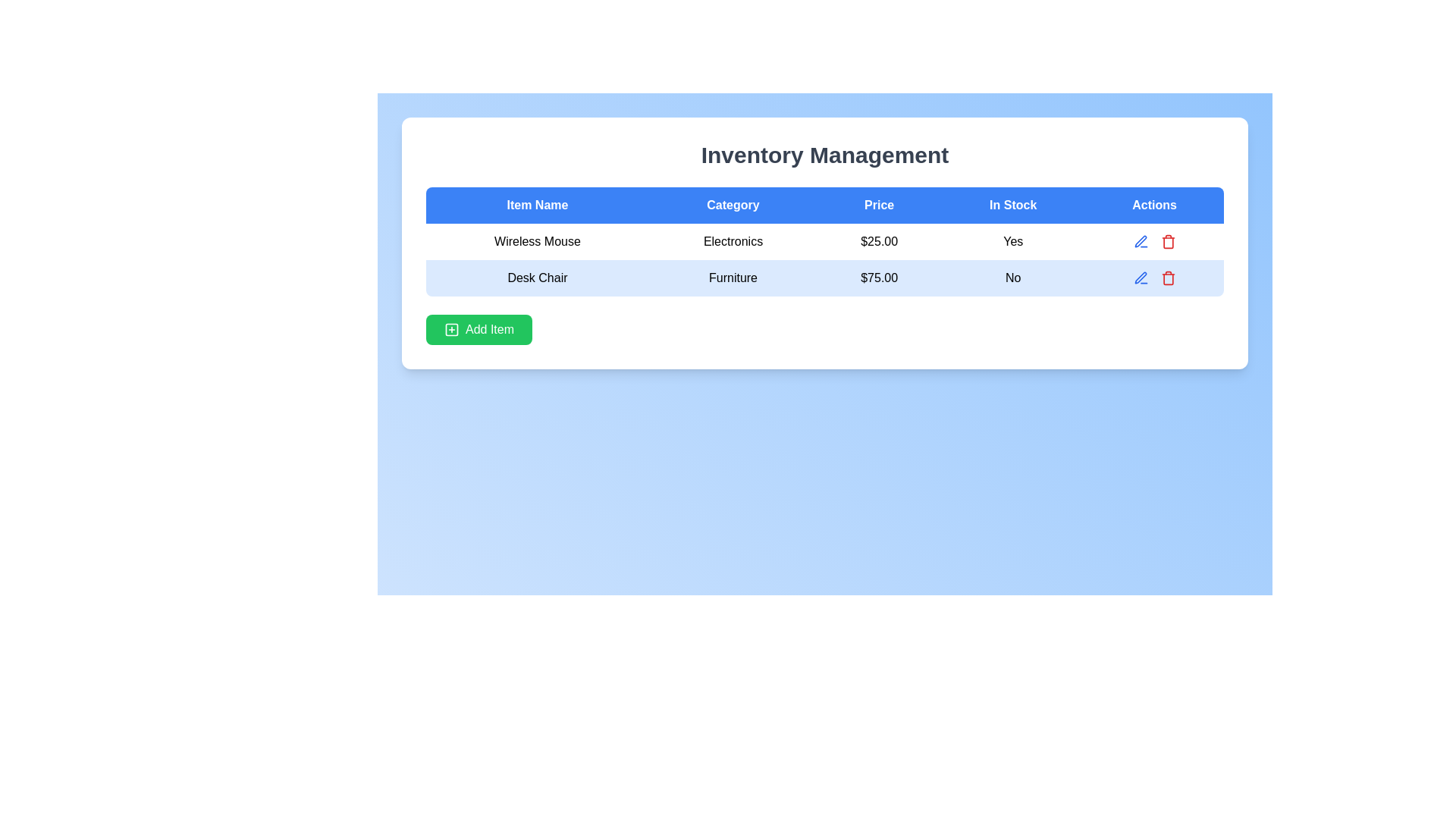  I want to click on the text label displaying 'Item Name', which is the first column header in a table with a blue background and white, bold, center-aligned text, so click(537, 205).